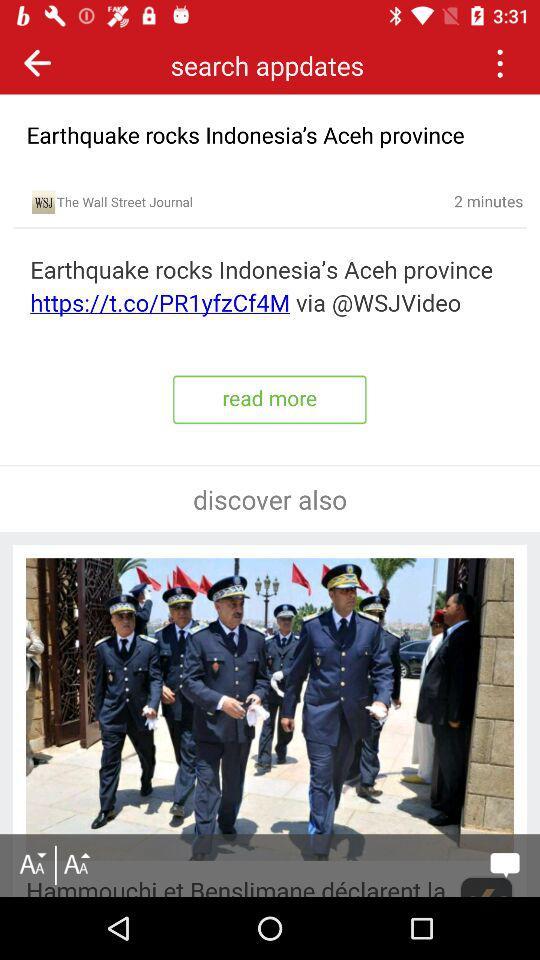 This screenshot has width=540, height=960. Describe the element at coordinates (270, 286) in the screenshot. I see `article` at that location.